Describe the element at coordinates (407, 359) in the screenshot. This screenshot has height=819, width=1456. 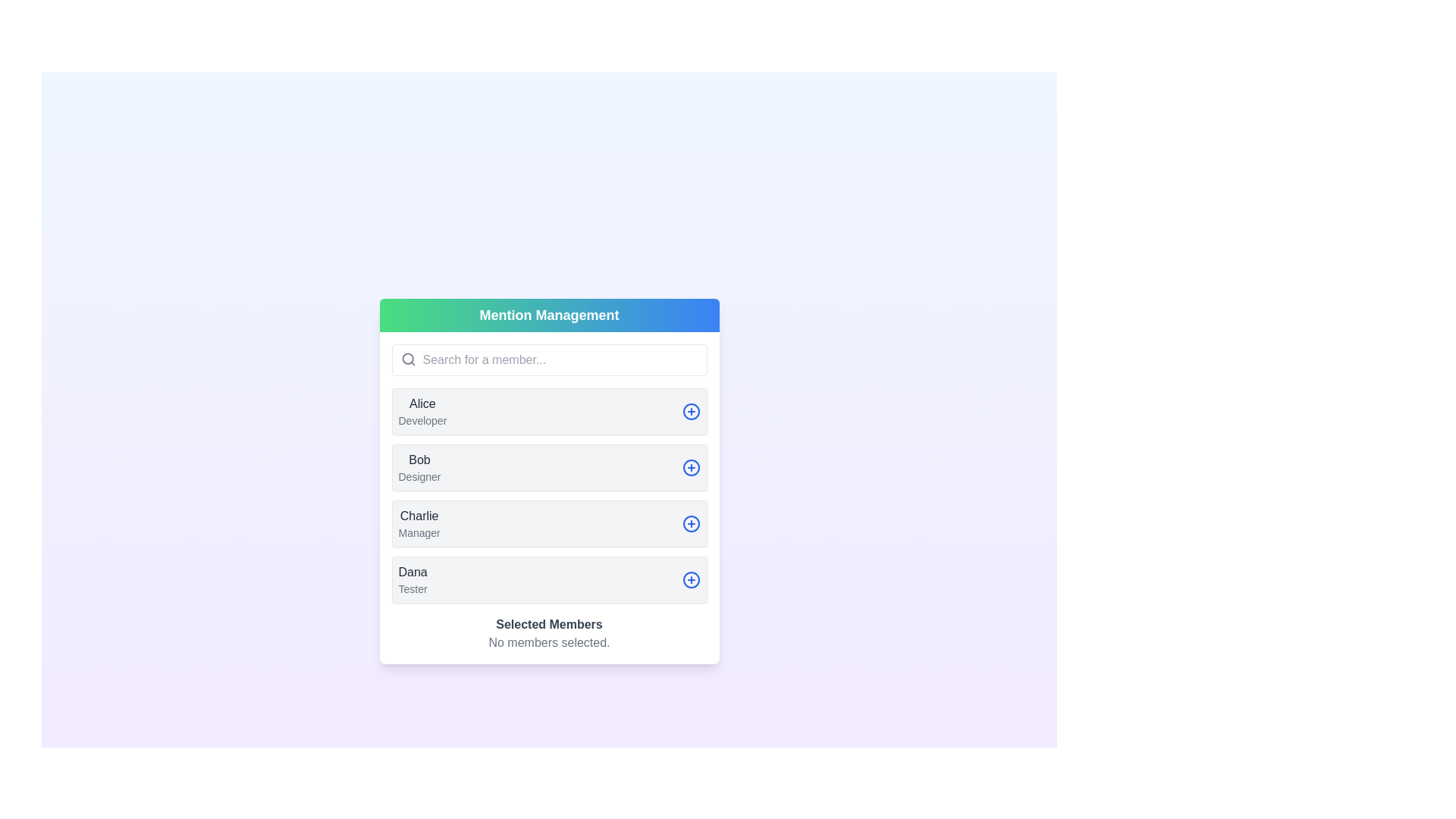
I see `the magnifying glass icon's lens represented by a circle, located on the extreme left of the search bar beneath the 'Mention Management' heading` at that location.